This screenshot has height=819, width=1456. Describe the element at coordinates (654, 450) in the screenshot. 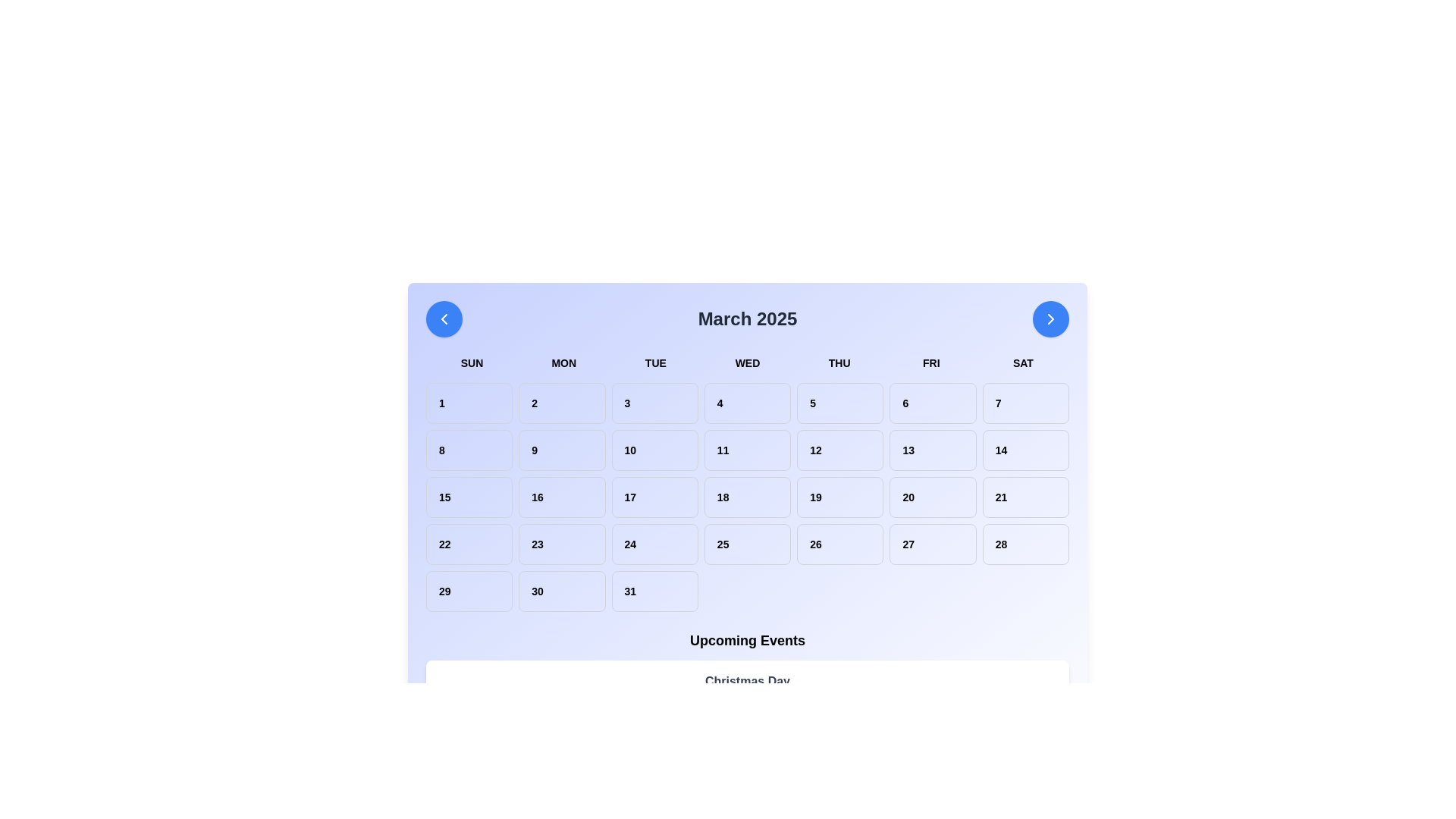

I see `the button representing the 10th day of March 2025 in the calendar UI` at that location.